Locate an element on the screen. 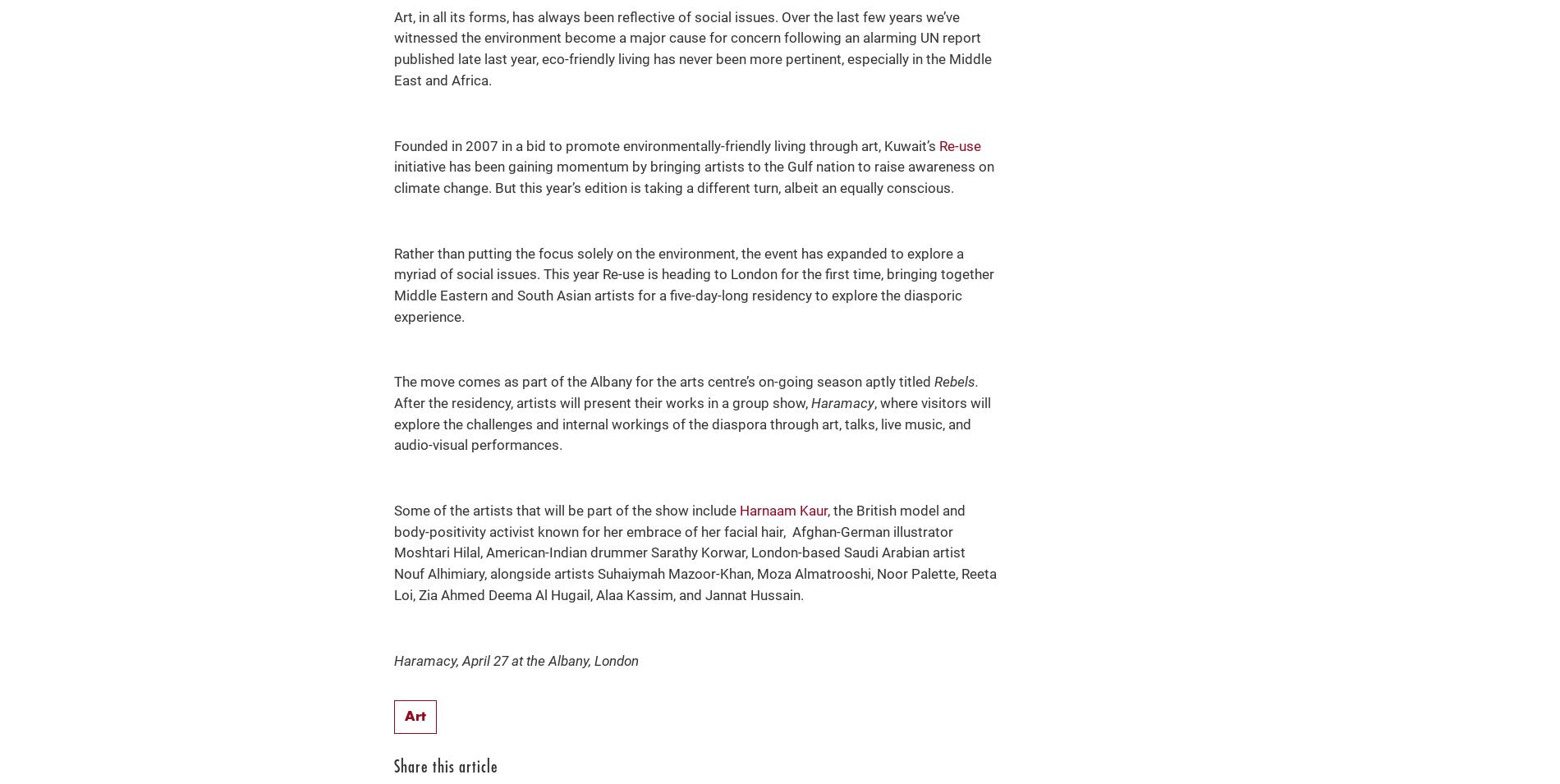  'Share this article' is located at coordinates (446, 767).